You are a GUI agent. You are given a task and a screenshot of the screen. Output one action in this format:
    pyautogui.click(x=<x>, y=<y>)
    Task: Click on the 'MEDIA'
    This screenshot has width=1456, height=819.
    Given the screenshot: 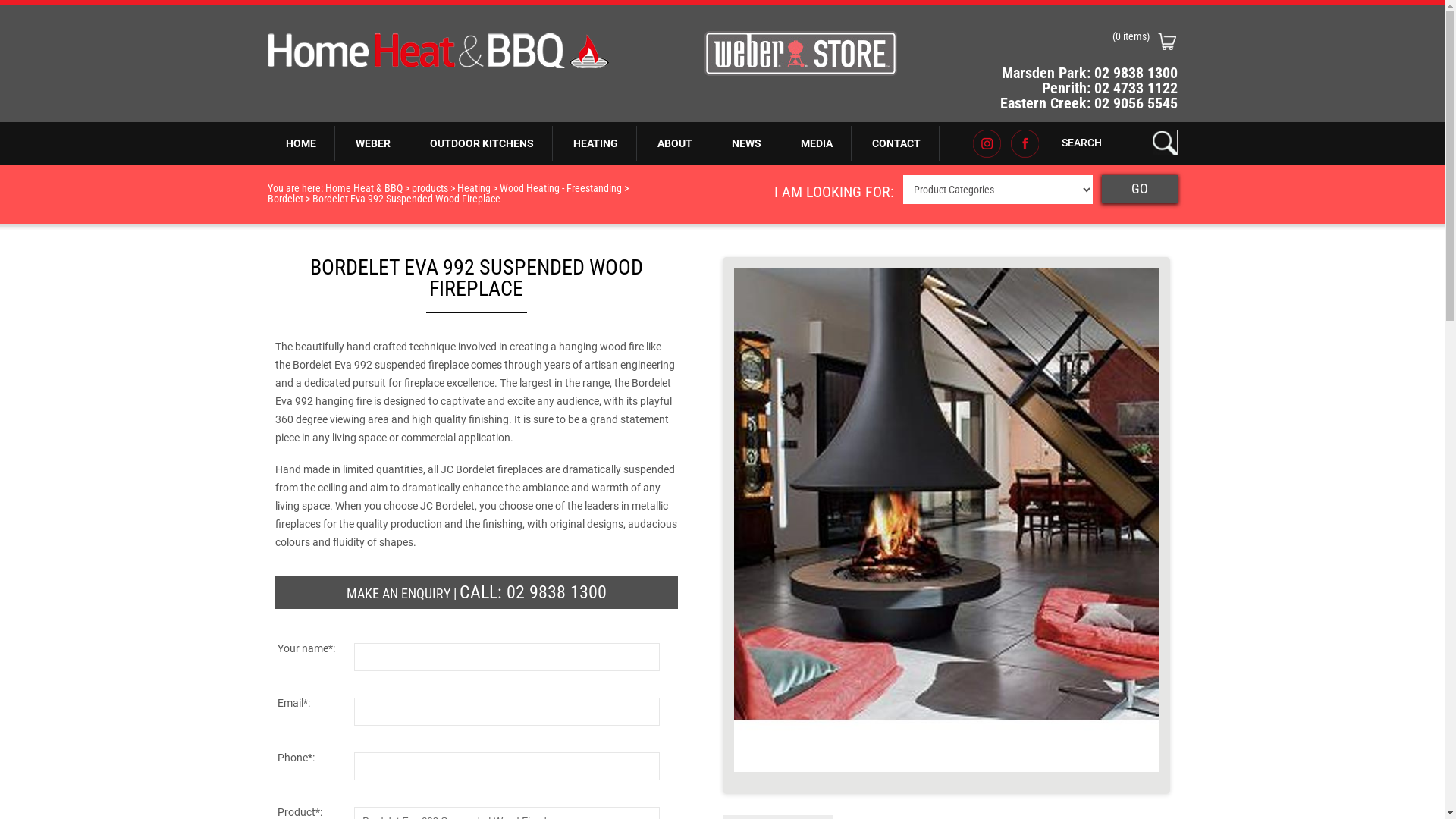 What is the action you would take?
    pyautogui.click(x=816, y=143)
    